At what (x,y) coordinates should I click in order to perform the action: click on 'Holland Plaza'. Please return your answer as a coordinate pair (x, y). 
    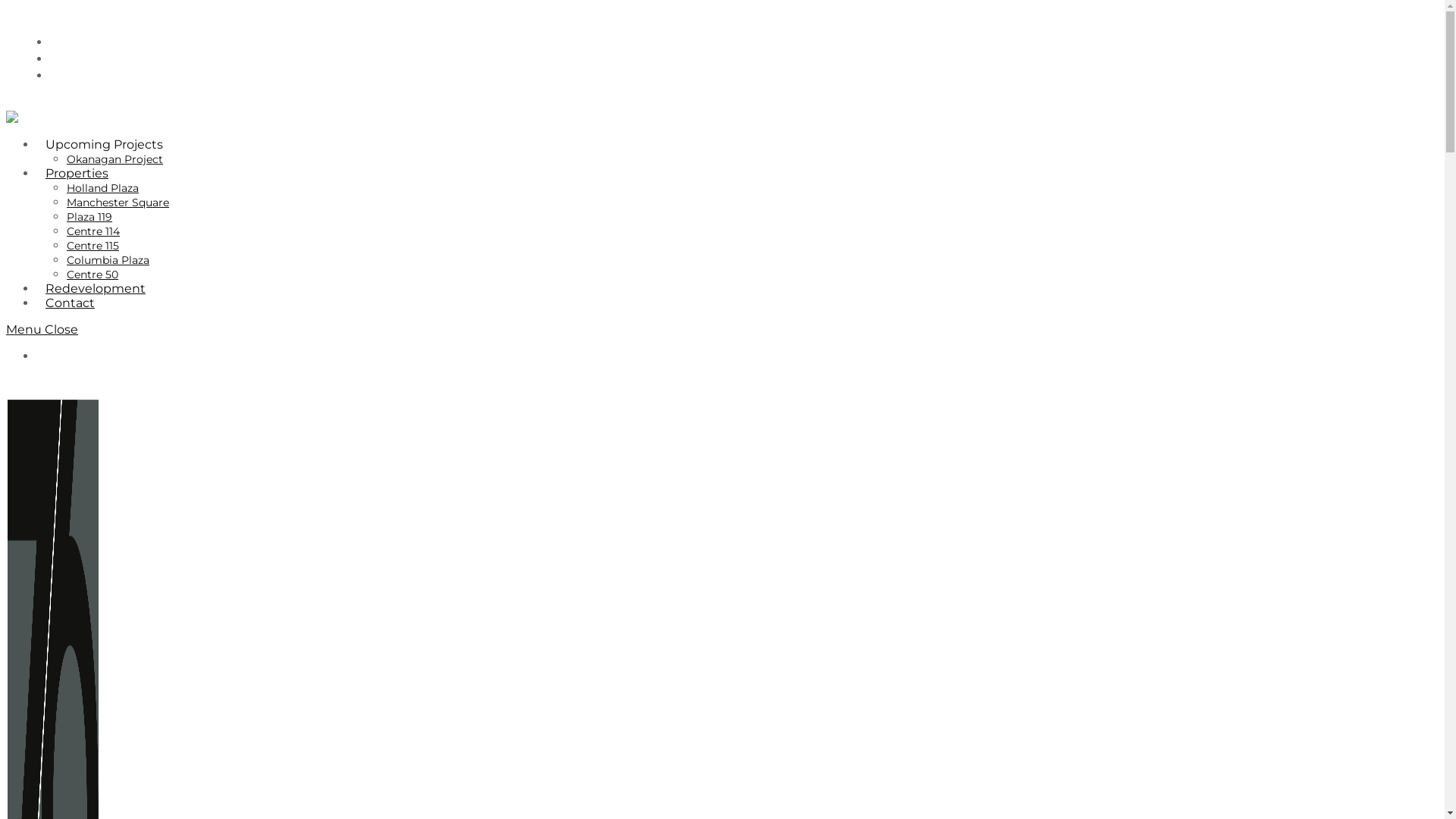
    Looking at the image, I should click on (102, 187).